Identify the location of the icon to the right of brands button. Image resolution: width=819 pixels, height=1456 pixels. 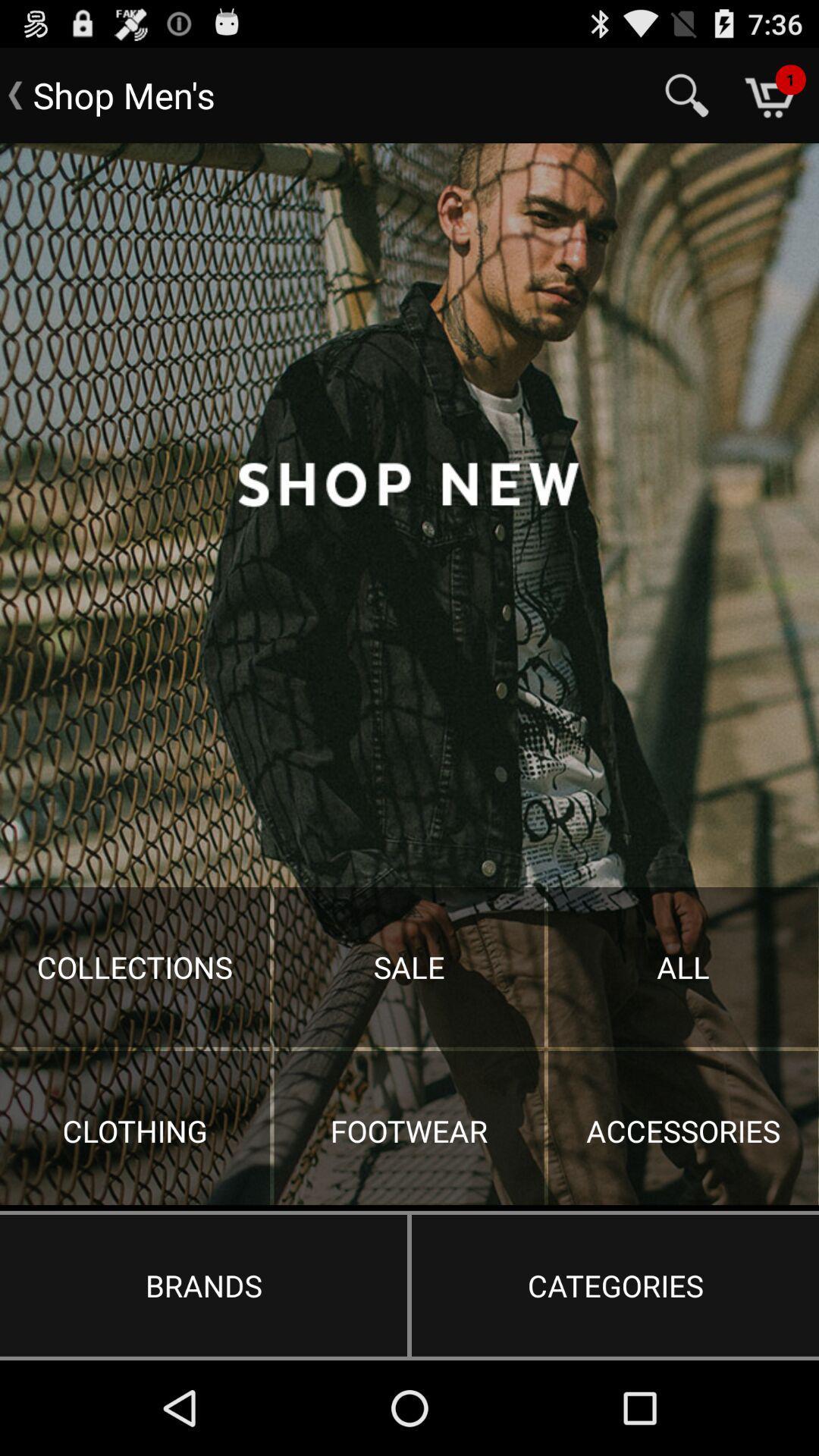
(615, 1285).